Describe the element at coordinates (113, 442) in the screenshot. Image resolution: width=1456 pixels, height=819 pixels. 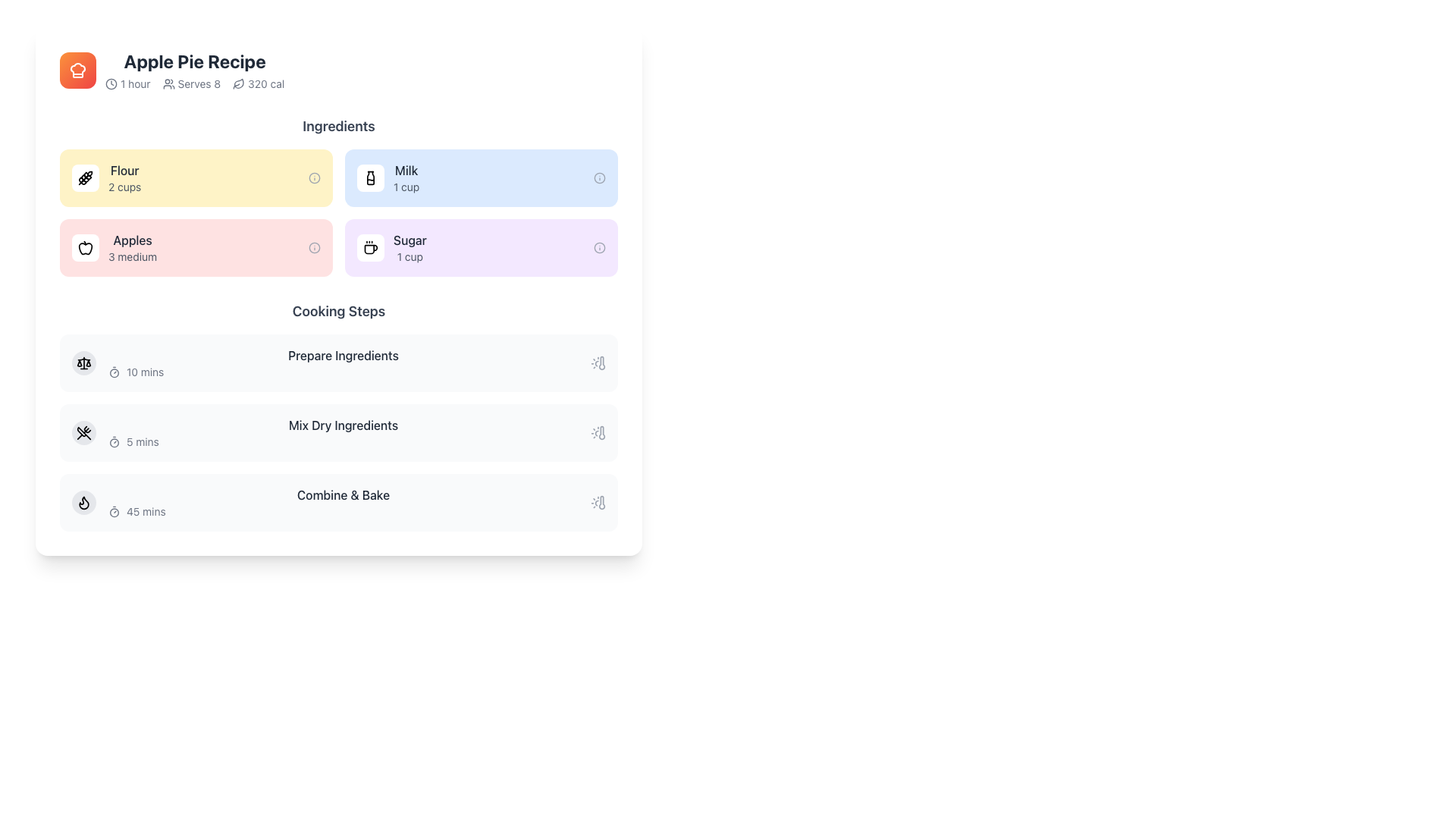
I see `the circular icon representing the timer, which is located adjacent to the step labeled 'Mix Dry Ingredients' in the cooking steps list` at that location.